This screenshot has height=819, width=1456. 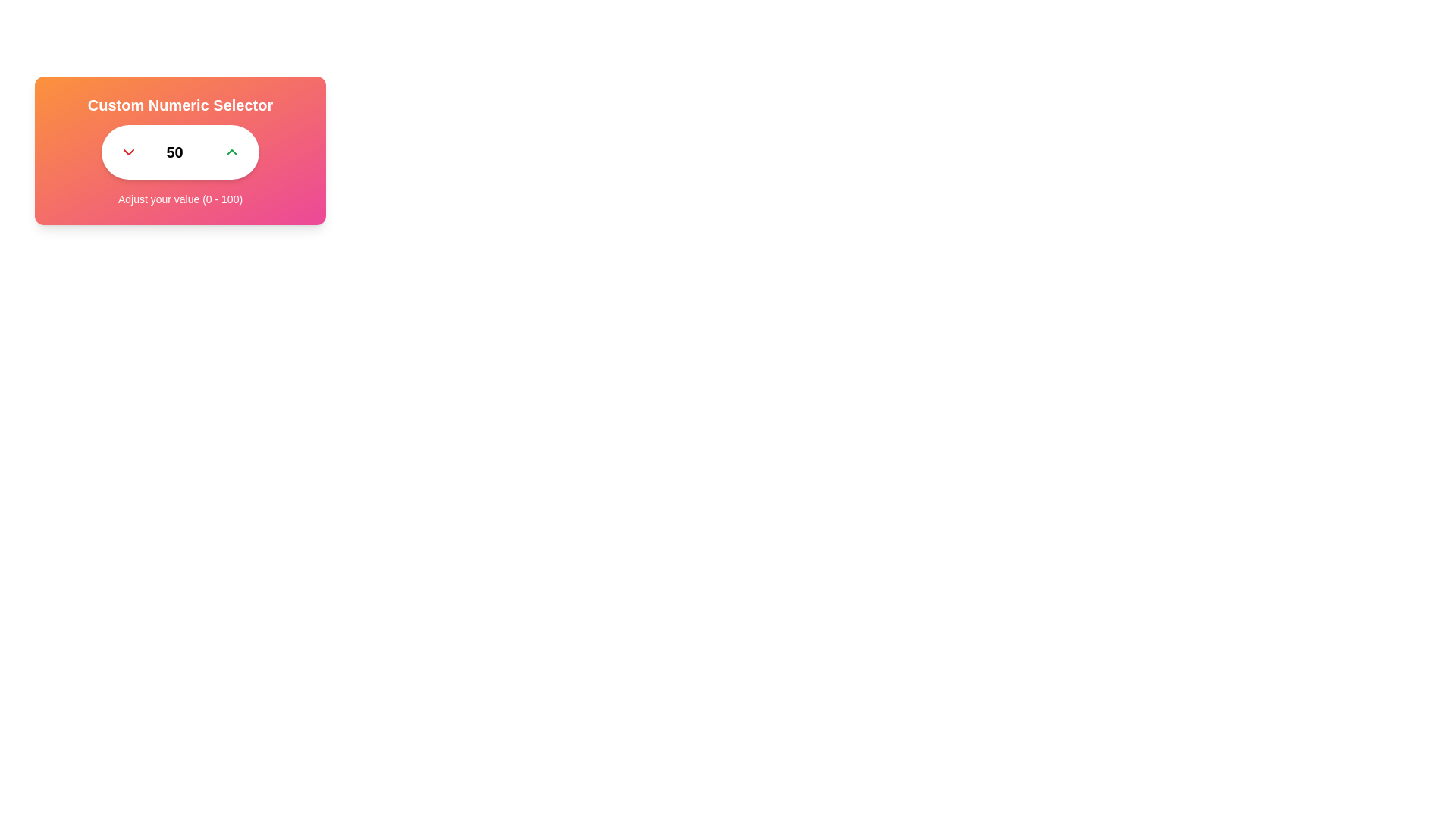 I want to click on the increment button located on the right side of the numeric selector layout to receive potential visual feedback, so click(x=231, y=152).